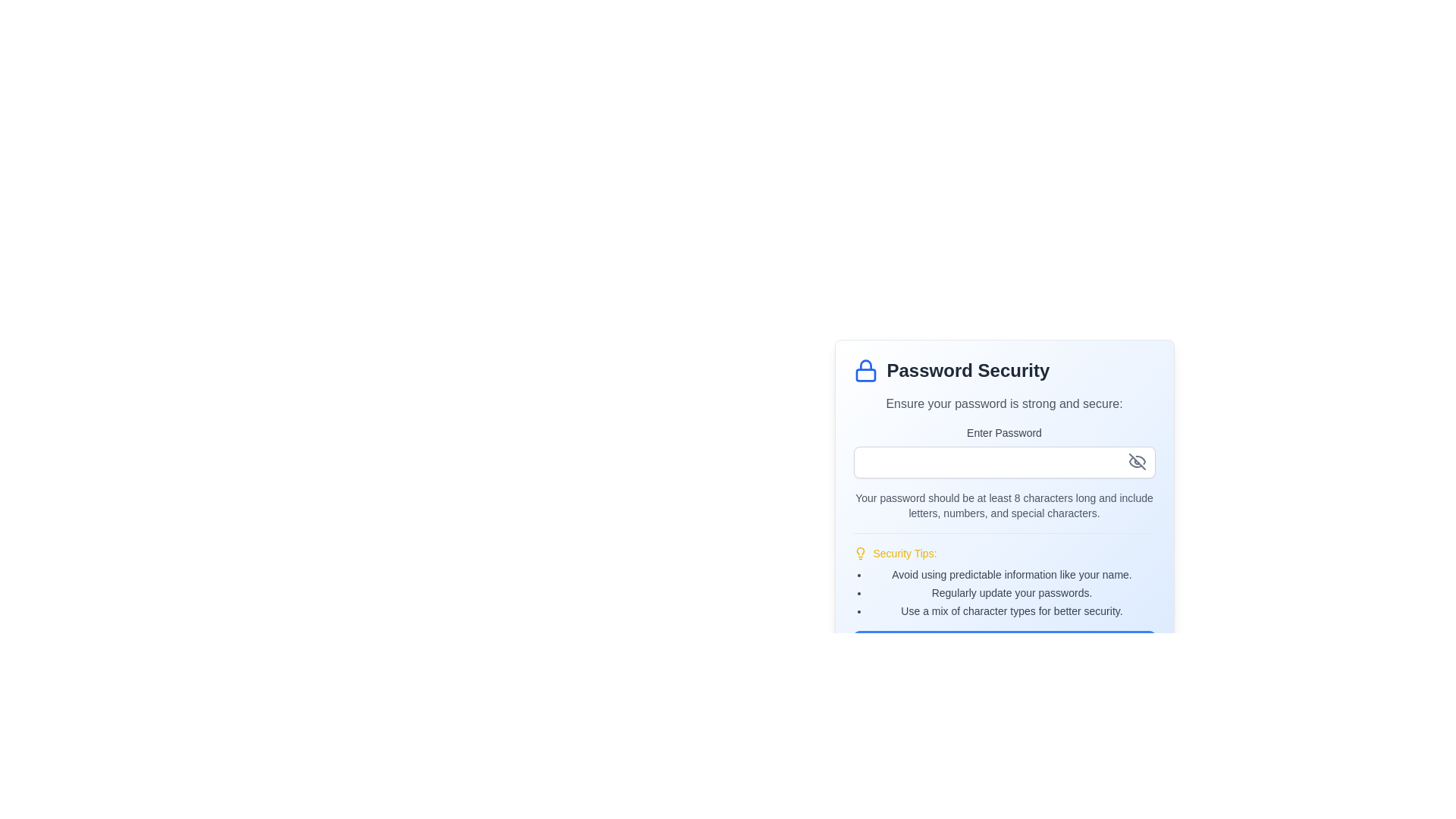  What do you see at coordinates (865, 371) in the screenshot?
I see `the security icon located to the left of the 'Password Security' section title` at bounding box center [865, 371].